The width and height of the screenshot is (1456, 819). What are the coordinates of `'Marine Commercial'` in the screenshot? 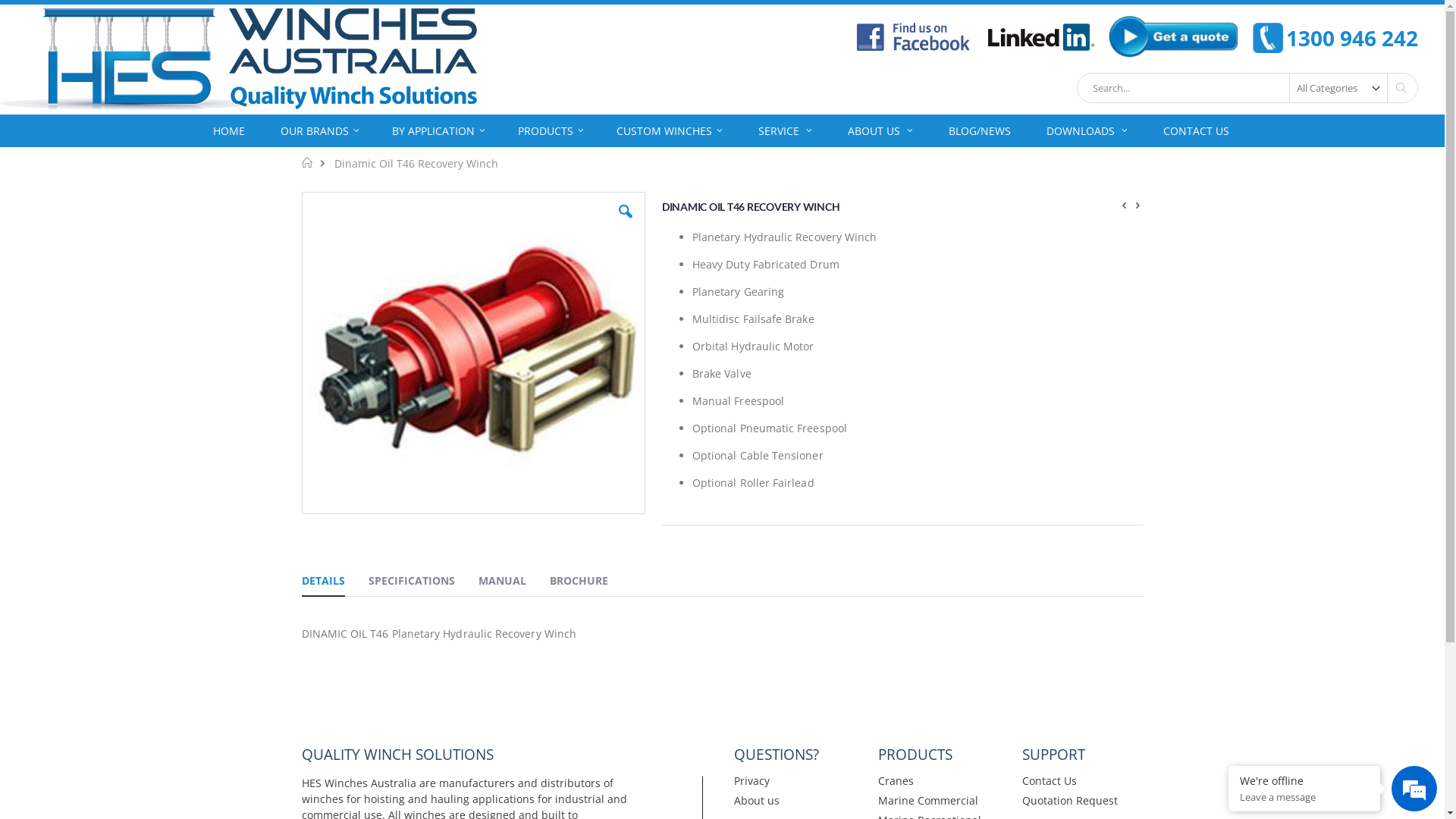 It's located at (877, 799).